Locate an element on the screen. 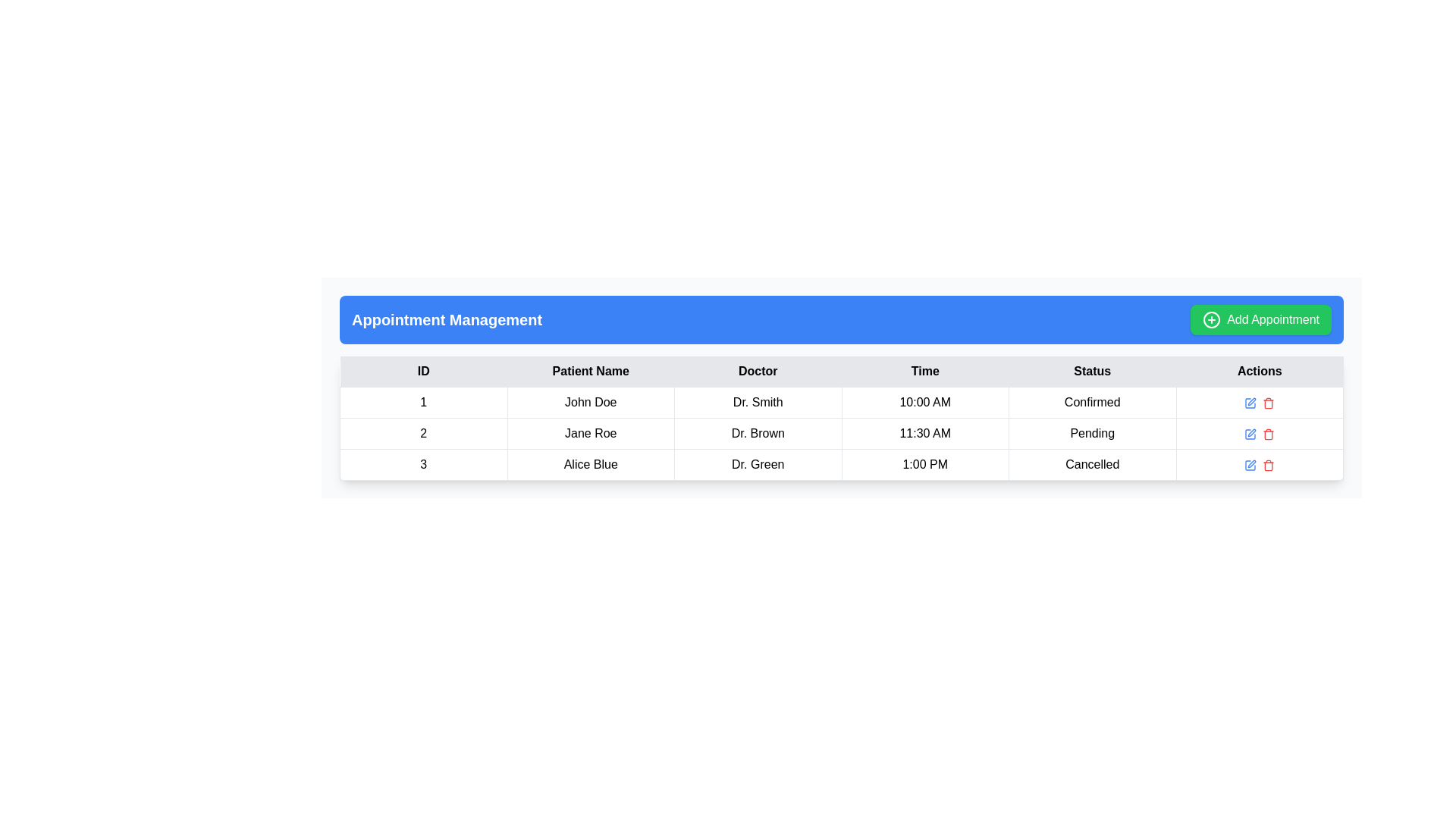 The image size is (1456, 819). the editing button located in the 'Actions' column of the first row of the table to initiate editing of the selected appointment is located at coordinates (1250, 402).